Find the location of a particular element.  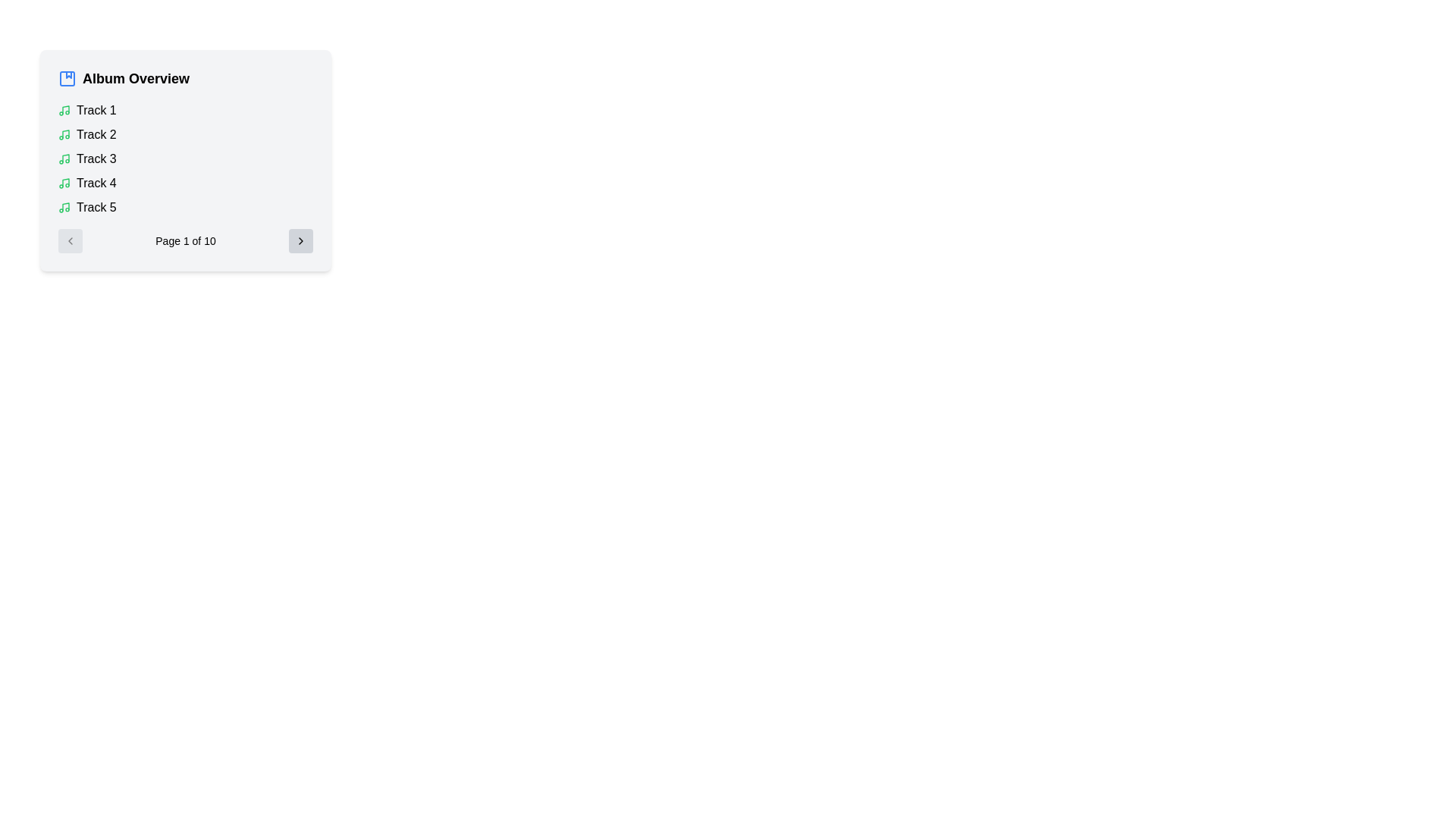

the 'Track 2' label located in the 'Album Overview' section is located at coordinates (96, 133).